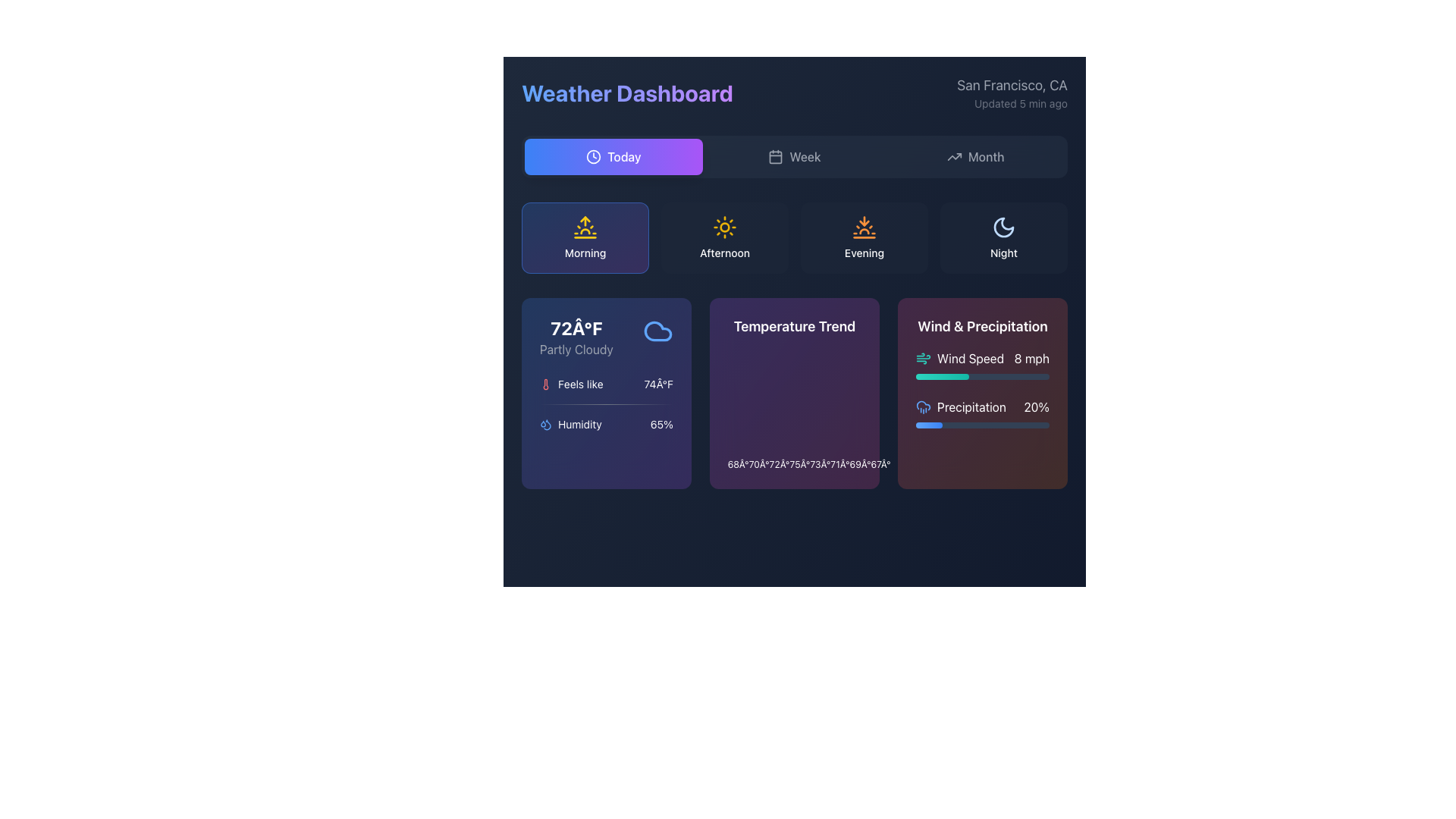 The image size is (1456, 819). Describe the element at coordinates (793, 409) in the screenshot. I see `the Data visualization component representing temperature trends, located within the 'Temperature Trend' box, positioned between the '72°F Partly Cloudy' section and the 'Wind & Precipitation' section` at that location.